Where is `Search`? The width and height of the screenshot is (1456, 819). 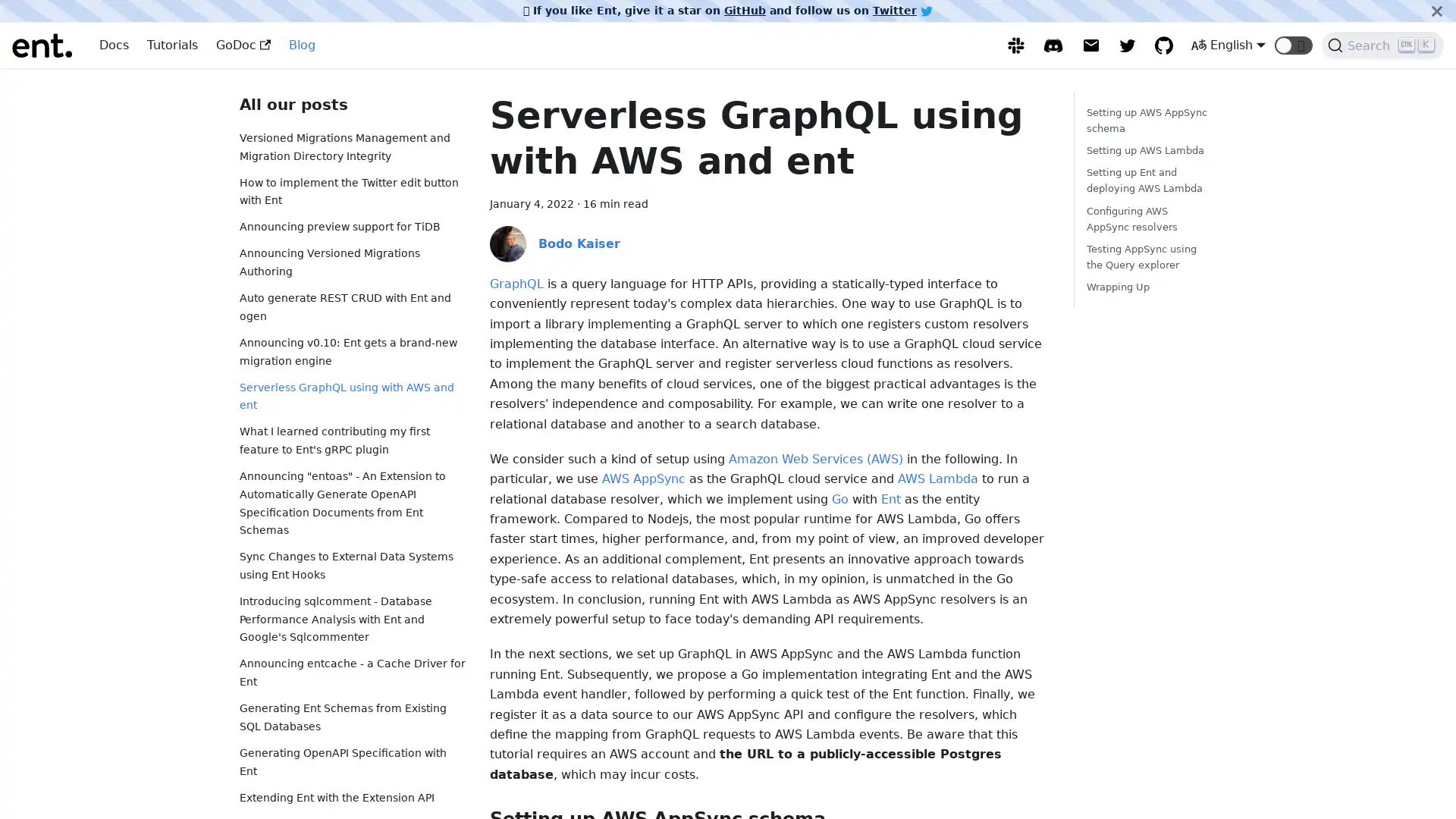 Search is located at coordinates (1382, 45).